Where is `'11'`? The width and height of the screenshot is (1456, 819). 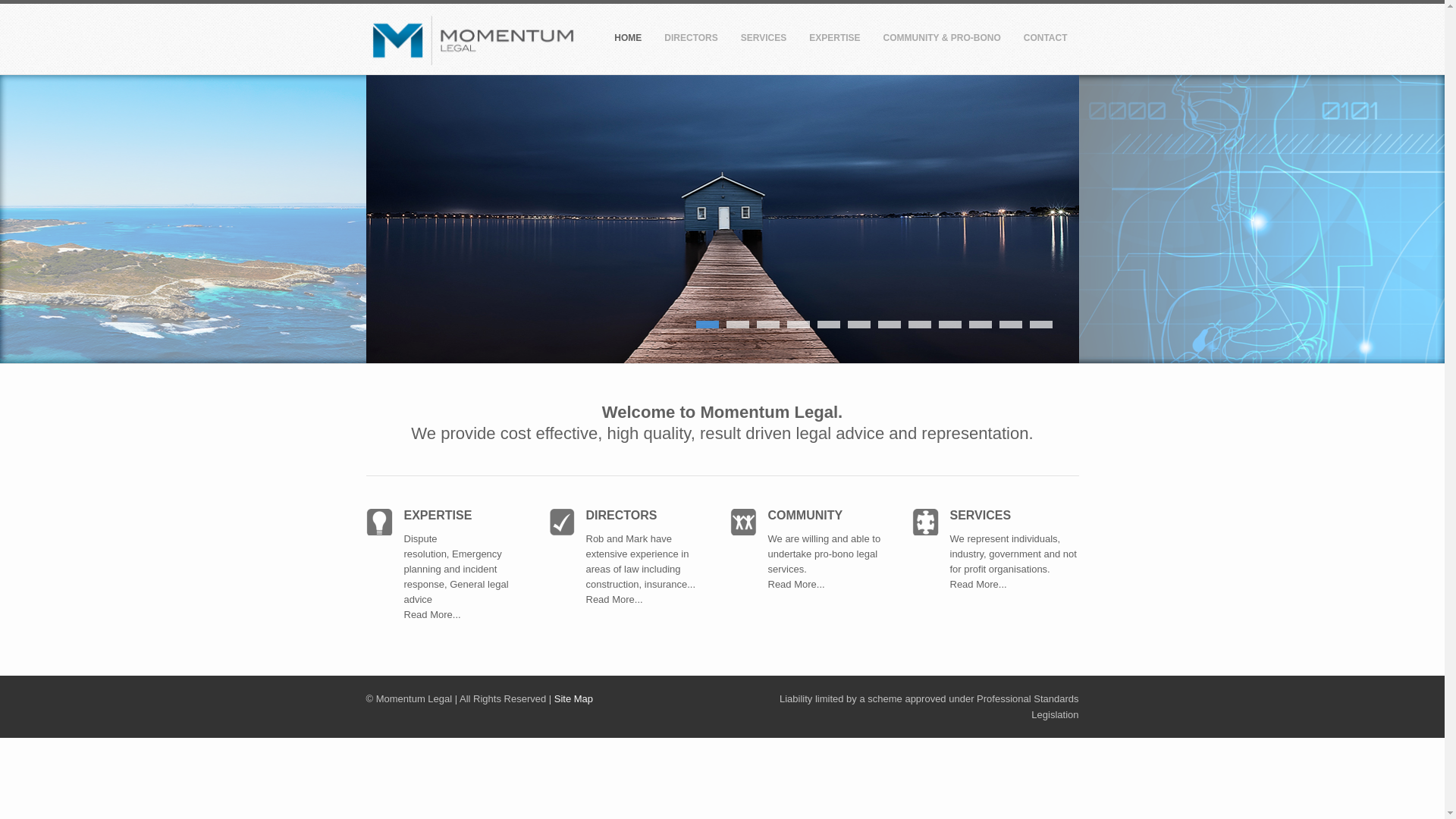 '11' is located at coordinates (999, 324).